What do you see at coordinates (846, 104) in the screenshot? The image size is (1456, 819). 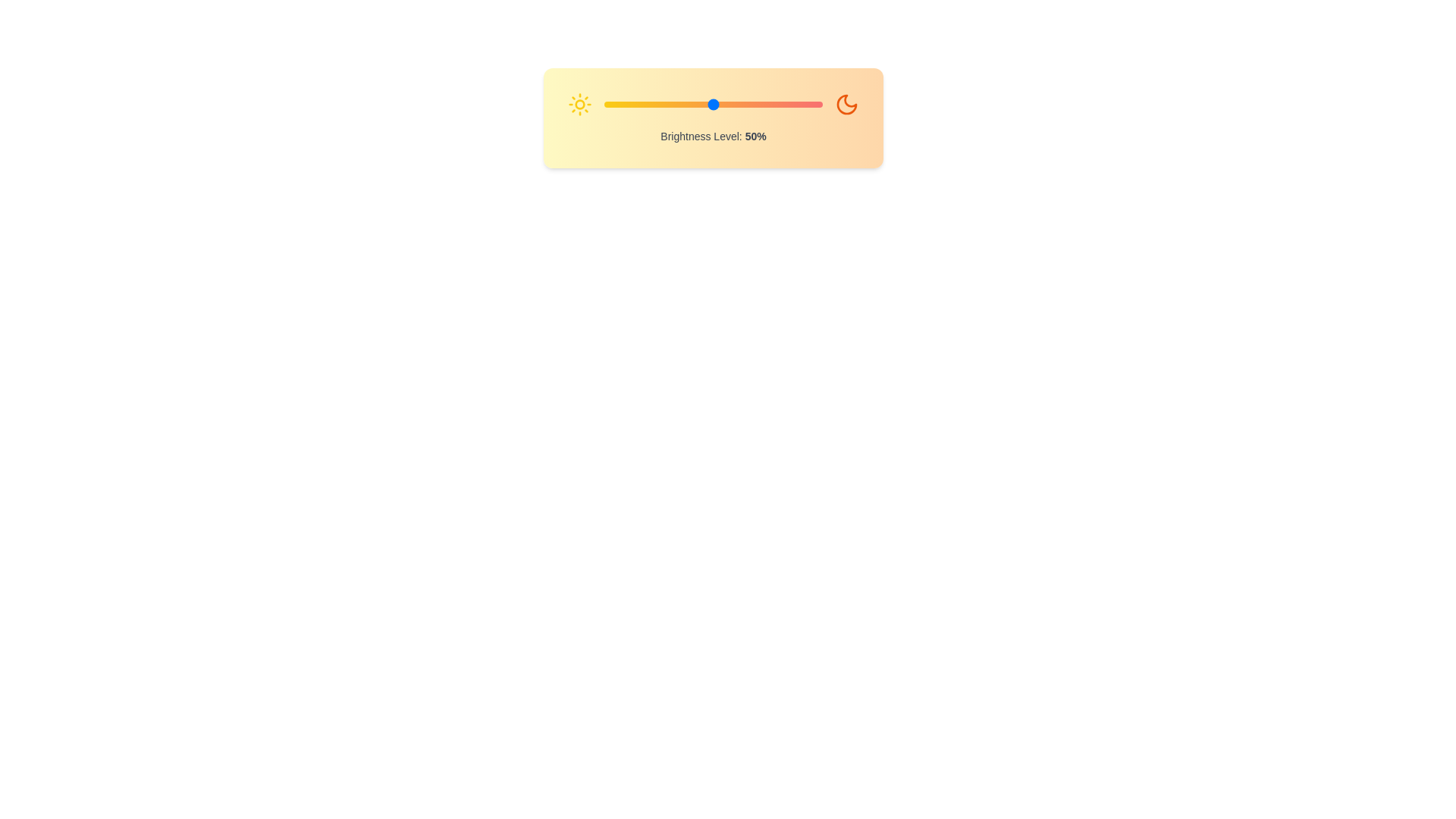 I see `the moon icon to explore its functionality` at bounding box center [846, 104].